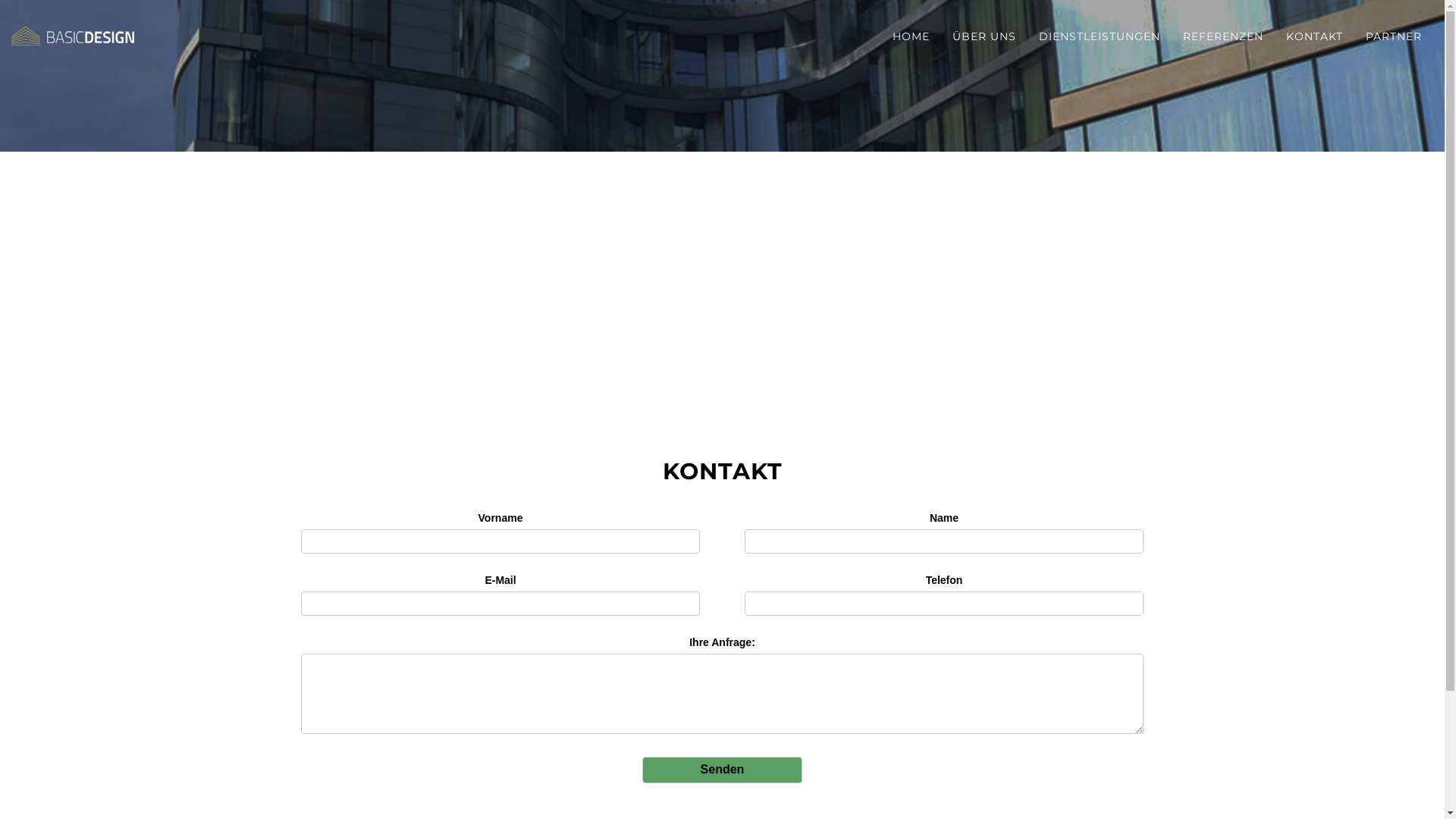  I want to click on 'PARTNER', so click(1394, 36).